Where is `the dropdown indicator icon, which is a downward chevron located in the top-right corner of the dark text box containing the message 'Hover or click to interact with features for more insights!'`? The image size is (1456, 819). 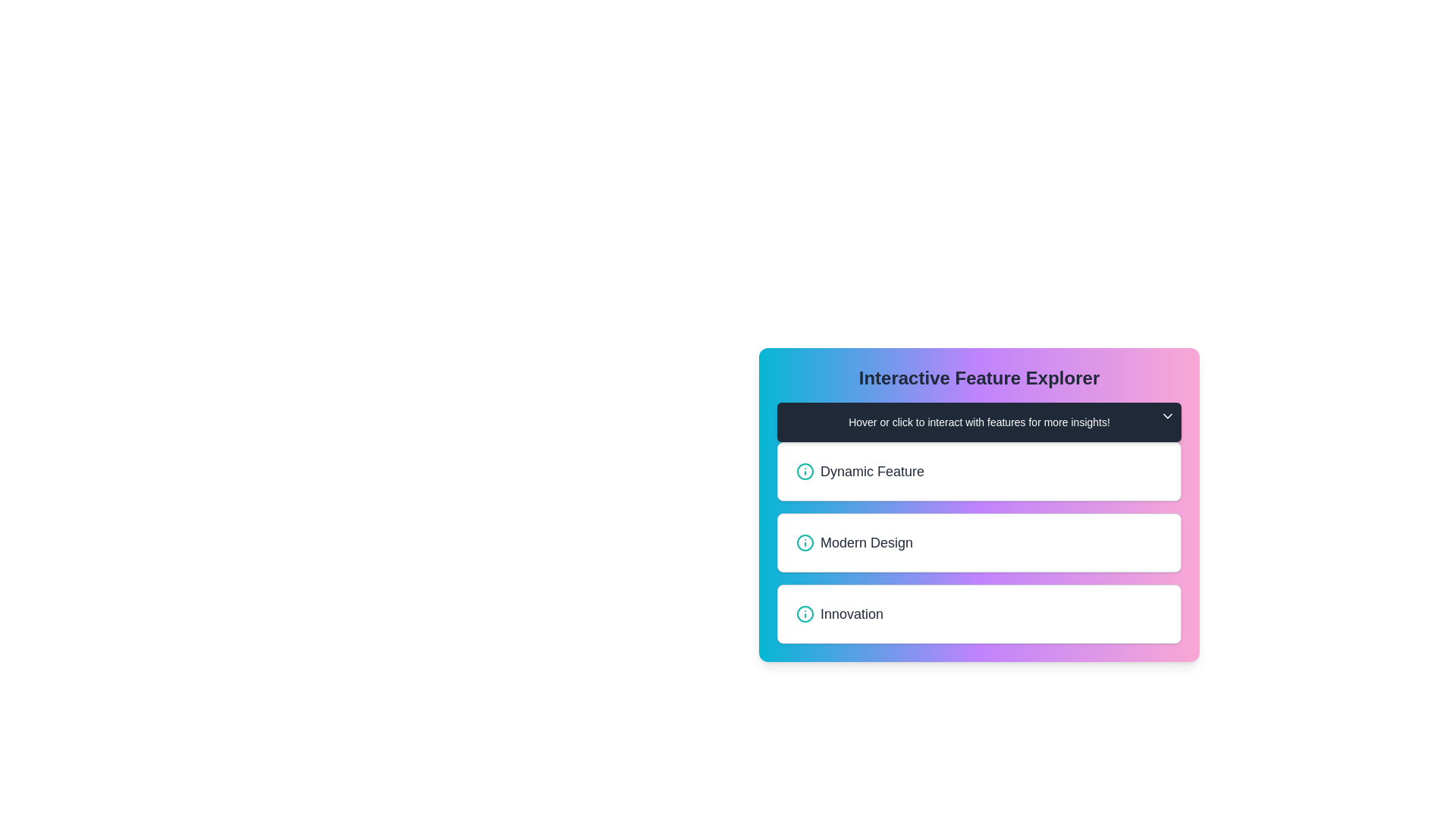
the dropdown indicator icon, which is a downward chevron located in the top-right corner of the dark text box containing the message 'Hover or click to interact with features for more insights!' is located at coordinates (1167, 416).